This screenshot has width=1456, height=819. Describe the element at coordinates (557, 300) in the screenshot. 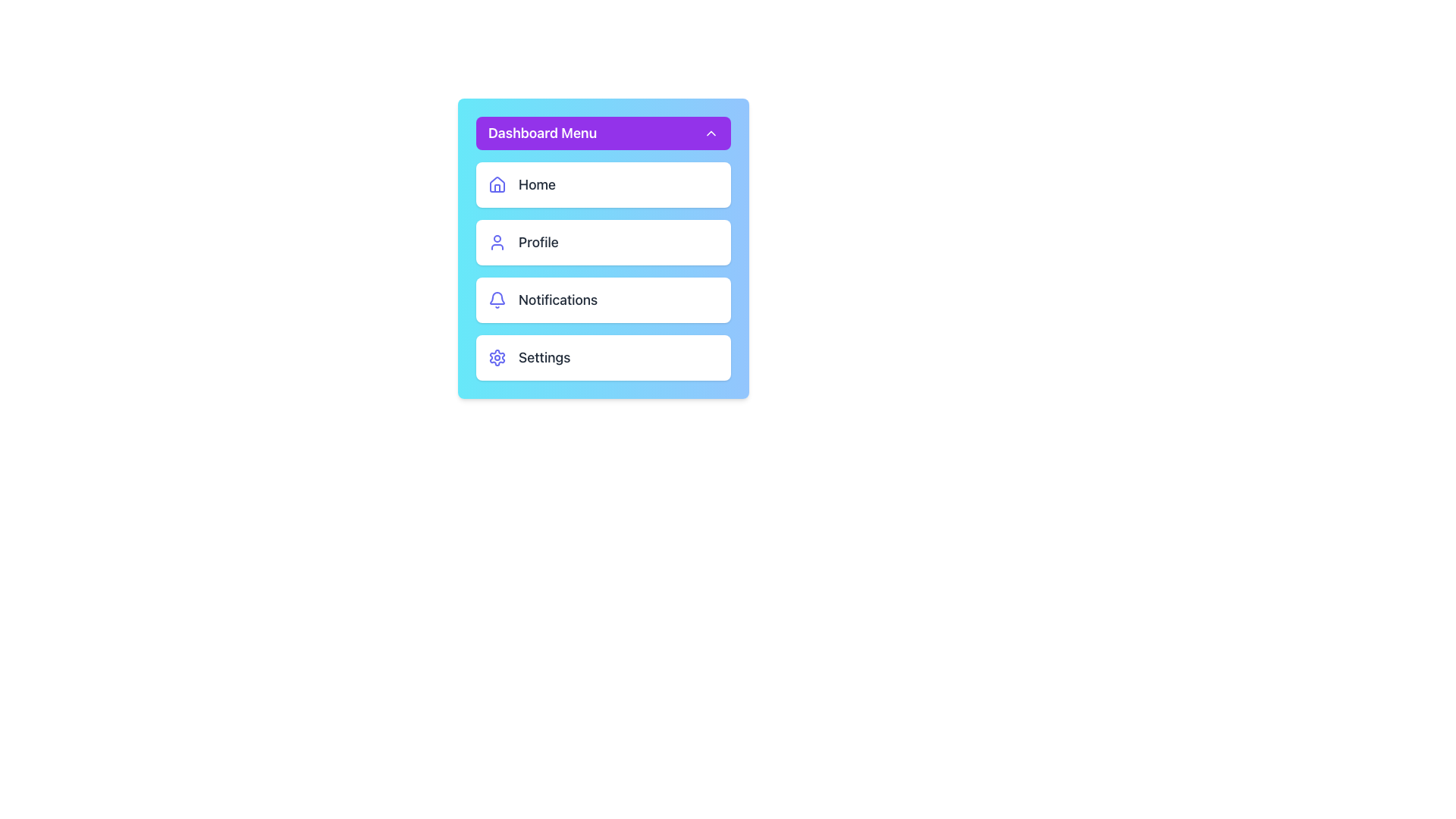

I see `the 'Notifications' text element, which is a bold, medium-large dark gray text located in the menu list between 'Profile' and 'Settings'` at that location.